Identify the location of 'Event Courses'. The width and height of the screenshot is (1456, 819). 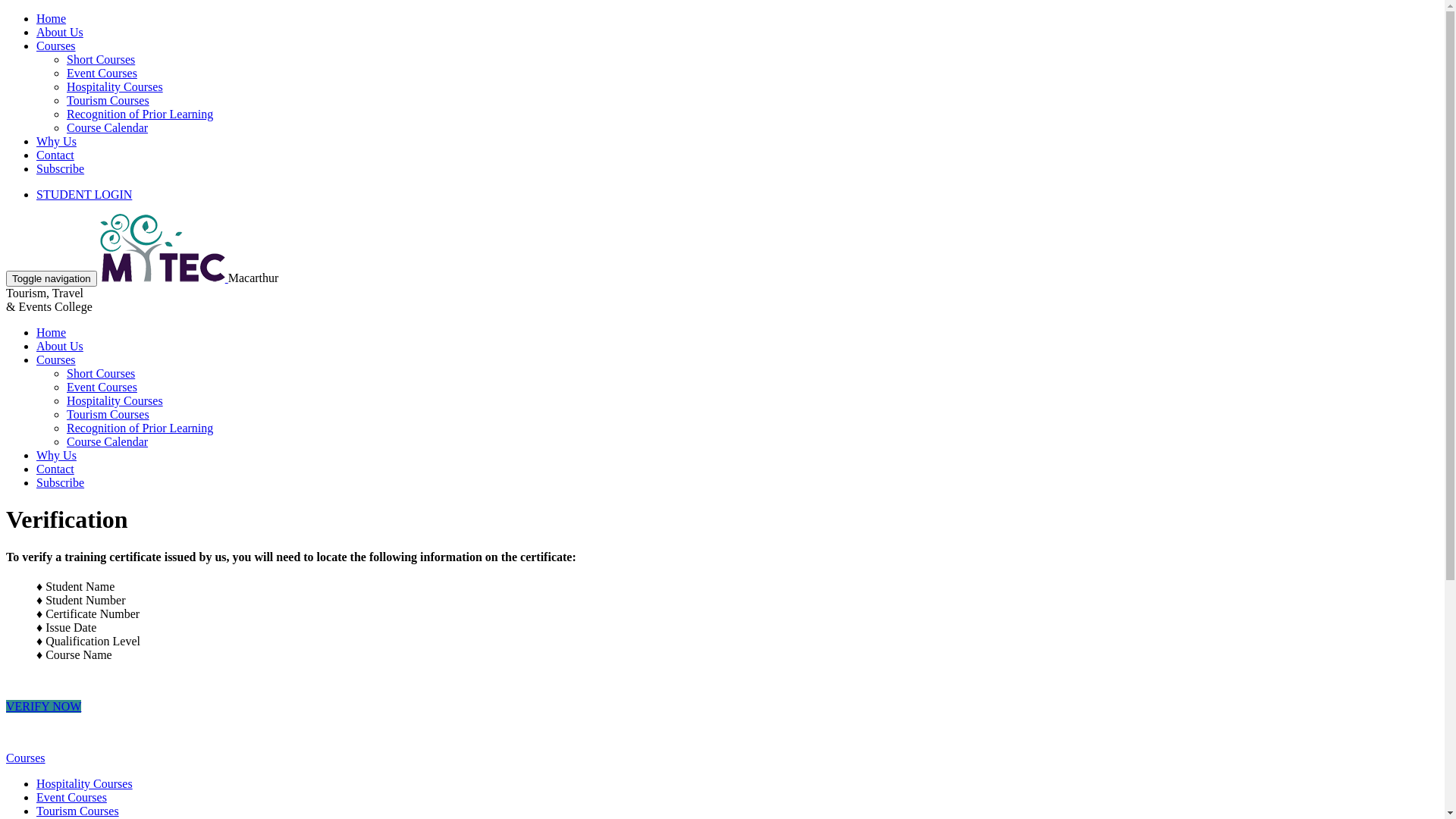
(101, 73).